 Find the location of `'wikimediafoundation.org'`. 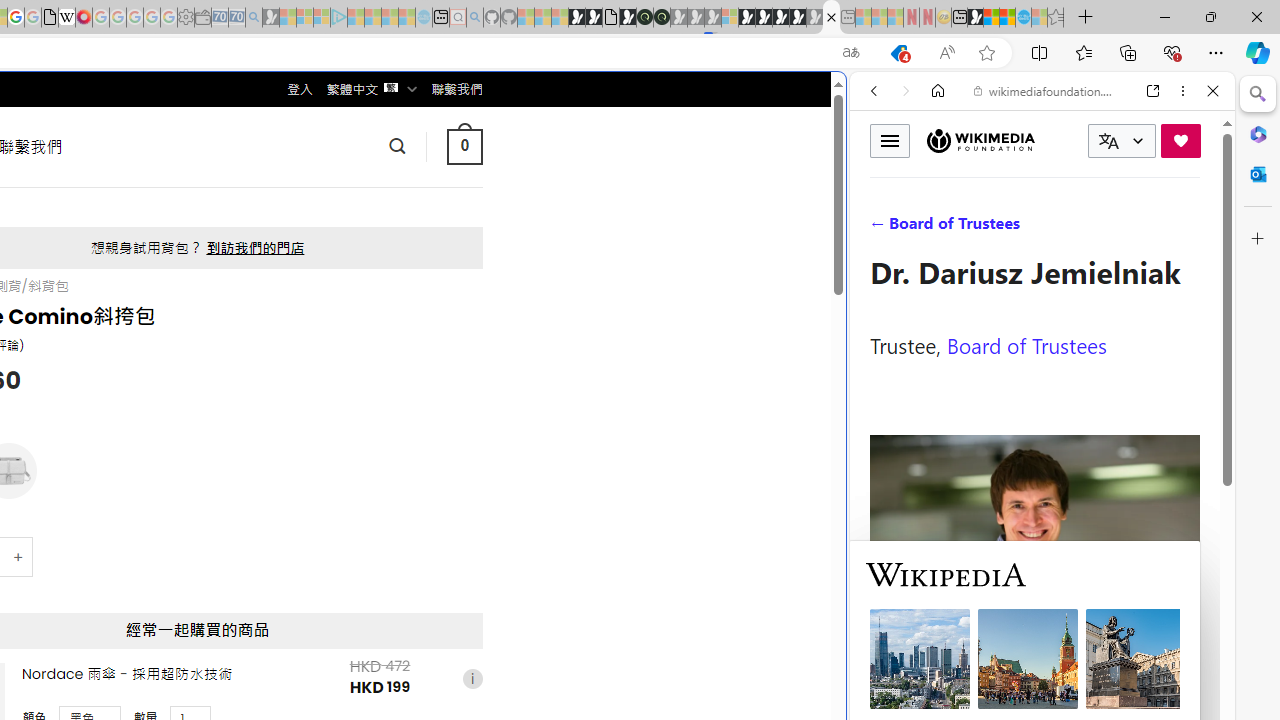

'wikimediafoundation.org' is located at coordinates (1045, 91).